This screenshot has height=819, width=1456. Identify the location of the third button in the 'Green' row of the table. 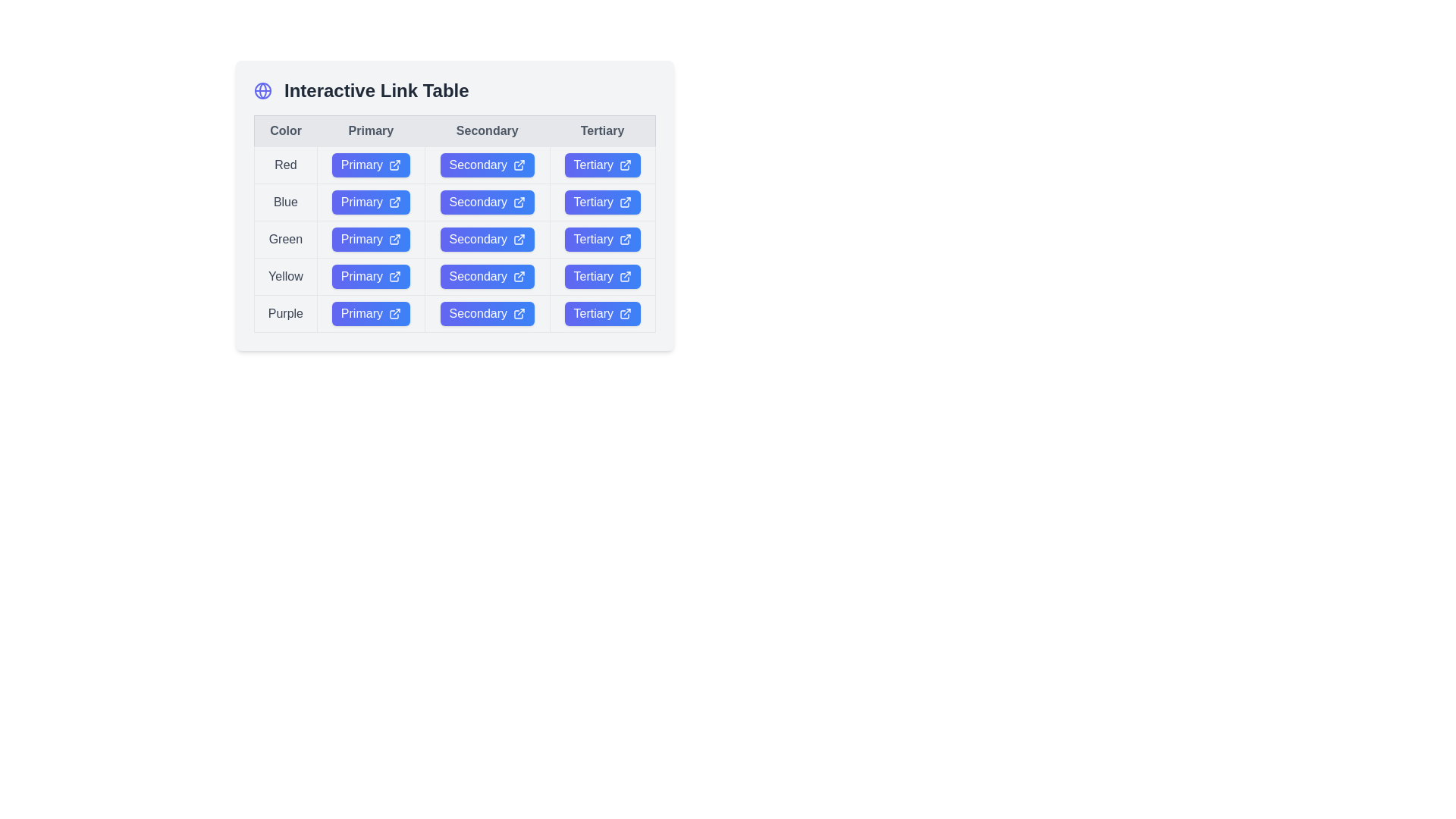
(601, 239).